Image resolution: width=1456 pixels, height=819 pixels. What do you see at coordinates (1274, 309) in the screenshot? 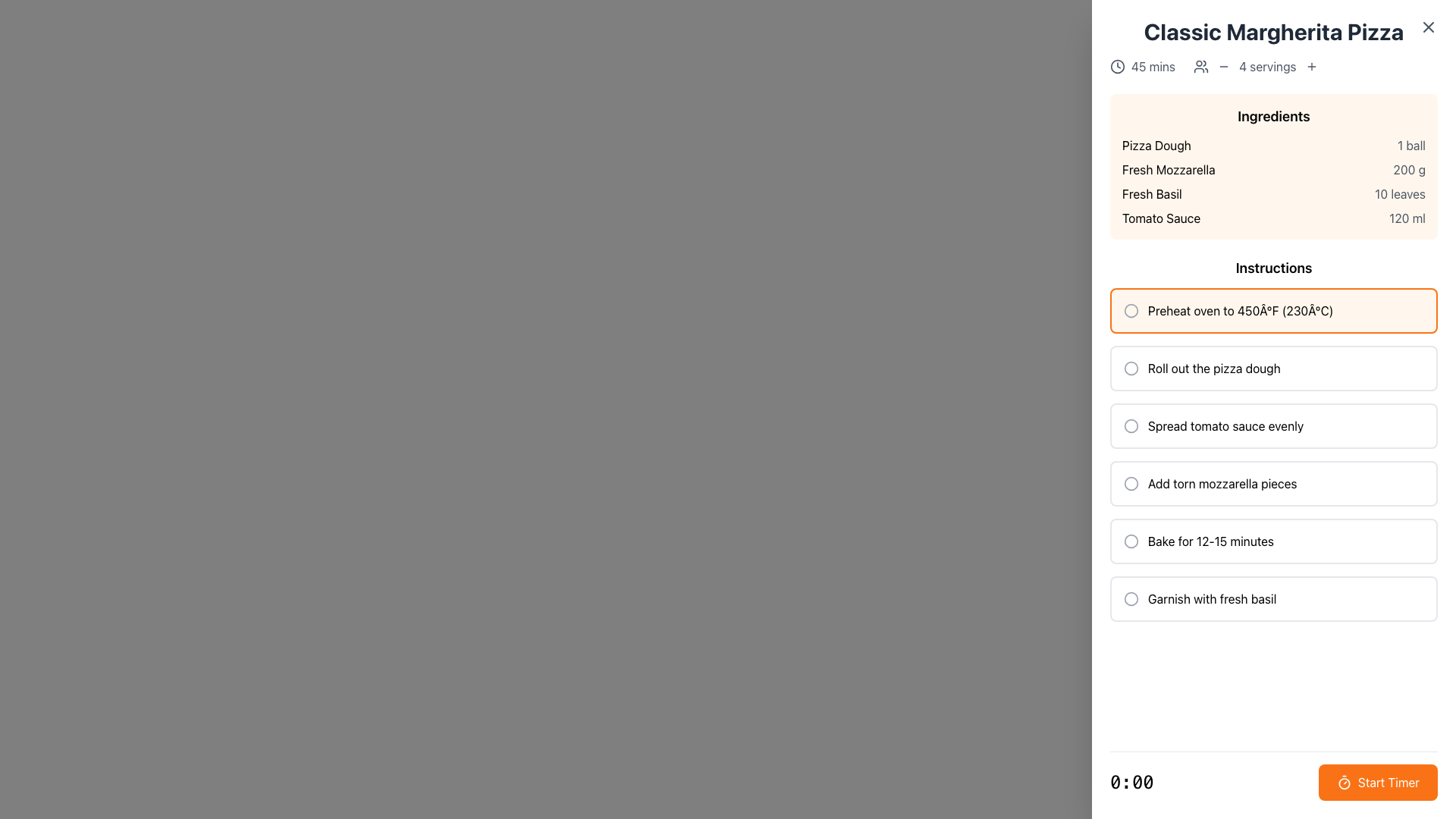
I see `the gray radio button to mark the step 'Preheat oven to 450°F (230°C)' as completed in the Instructions section` at bounding box center [1274, 309].